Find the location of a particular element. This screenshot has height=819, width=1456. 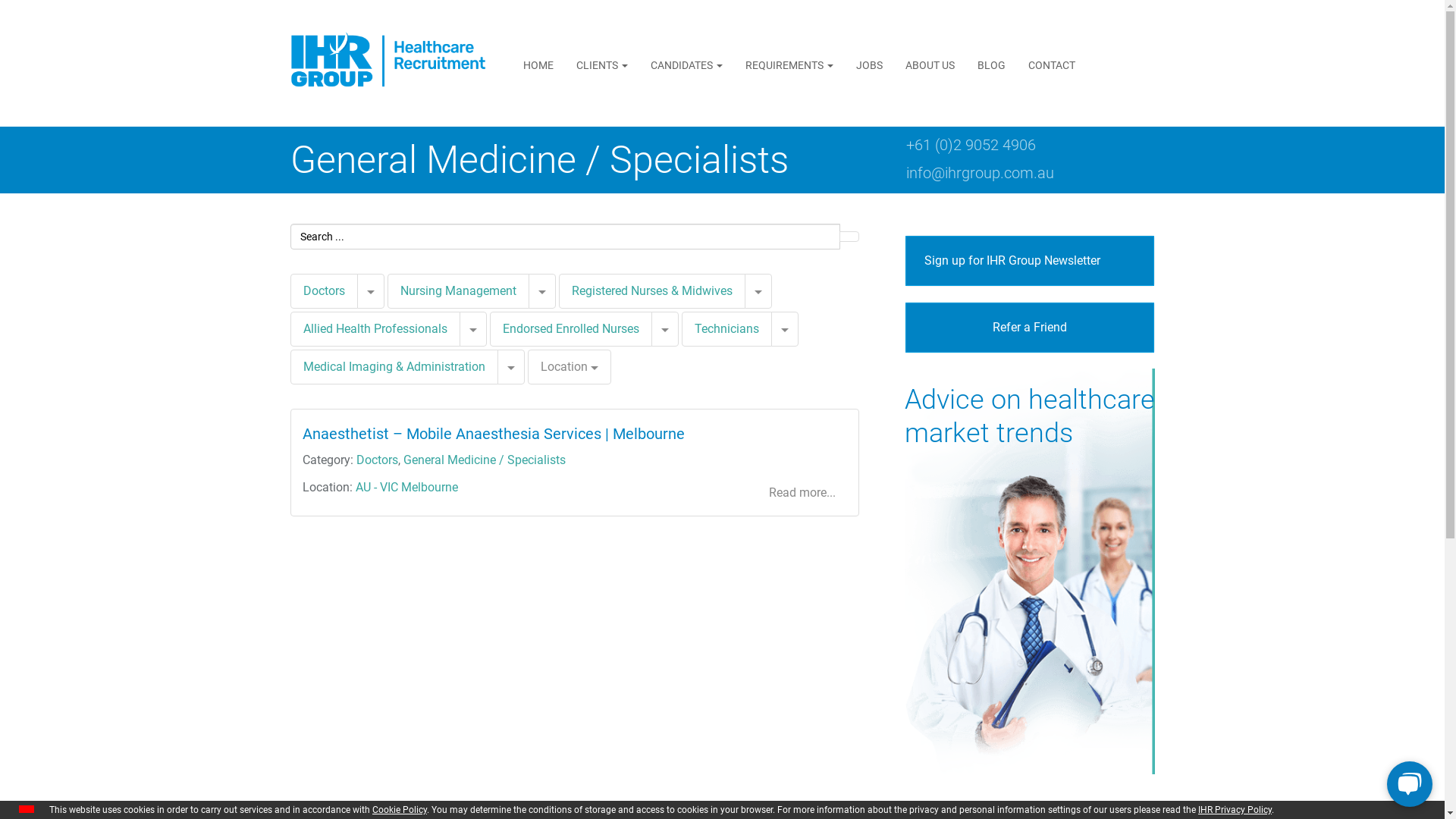

'Toggle Dropdown' is located at coordinates (664, 328).